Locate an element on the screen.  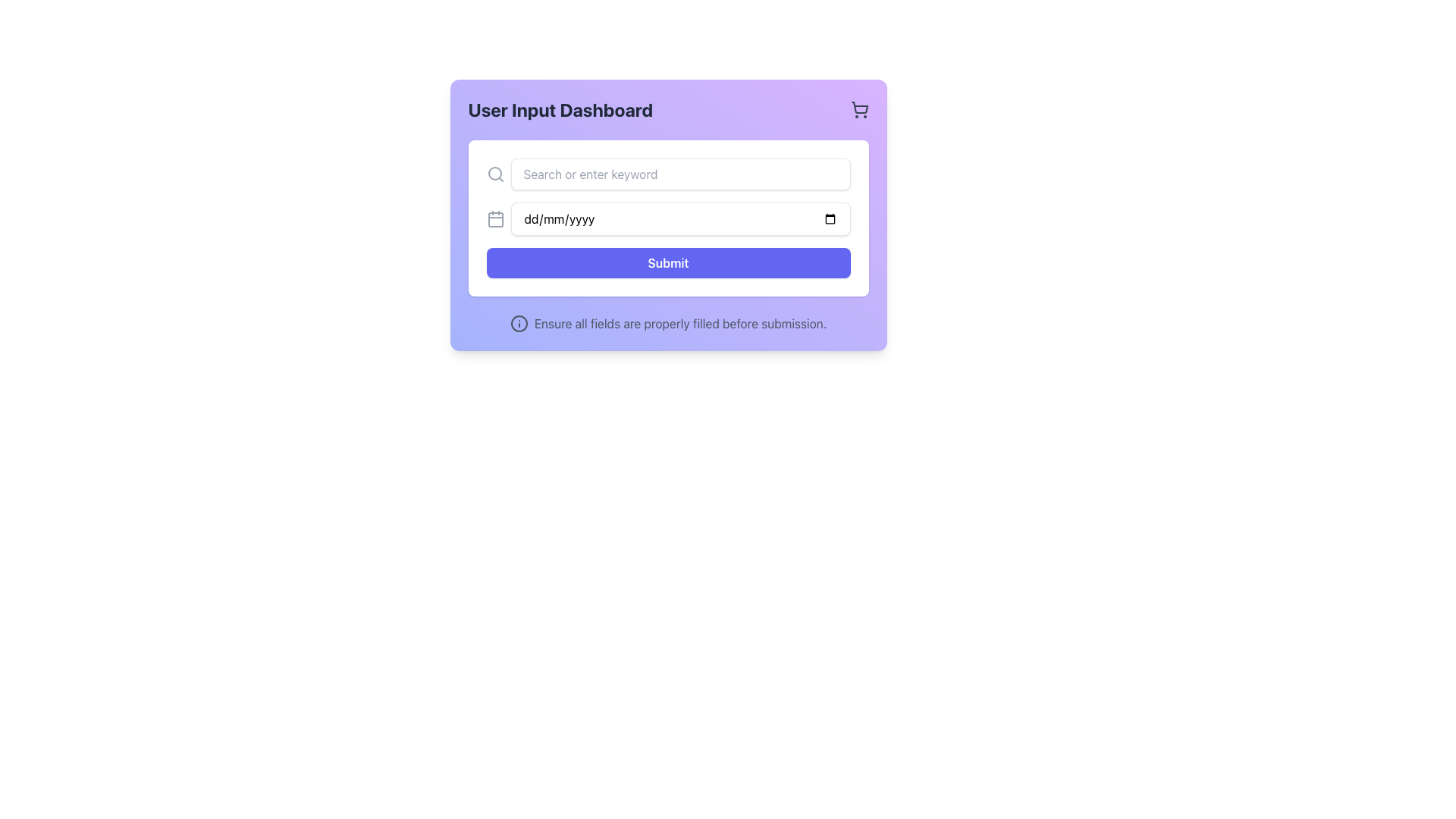
the small rectangle with rounded corners that is part of the calendar icon, located immediately to the left of the 'dd/mm/yyyy' date input field is located at coordinates (495, 219).